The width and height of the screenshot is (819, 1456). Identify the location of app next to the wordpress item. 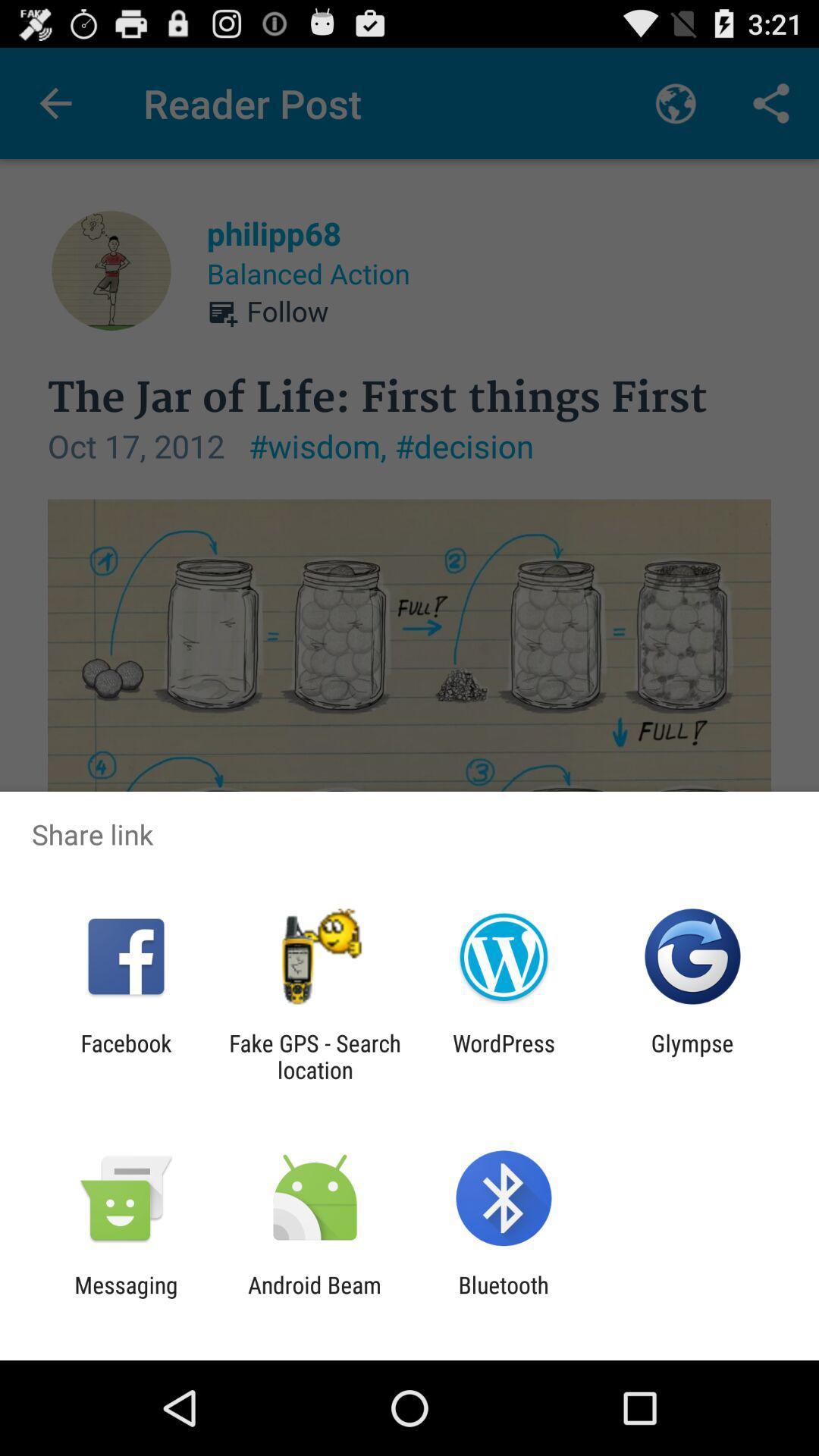
(314, 1056).